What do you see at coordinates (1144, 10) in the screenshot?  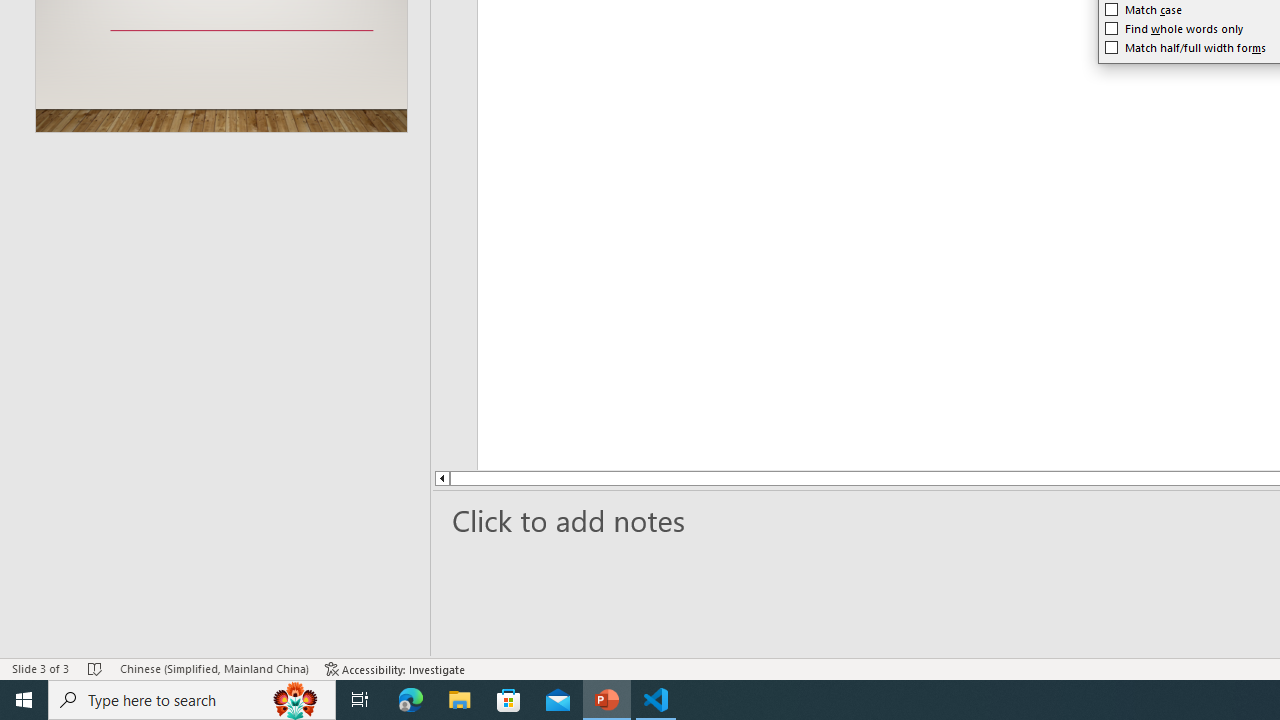 I see `'Match case'` at bounding box center [1144, 10].